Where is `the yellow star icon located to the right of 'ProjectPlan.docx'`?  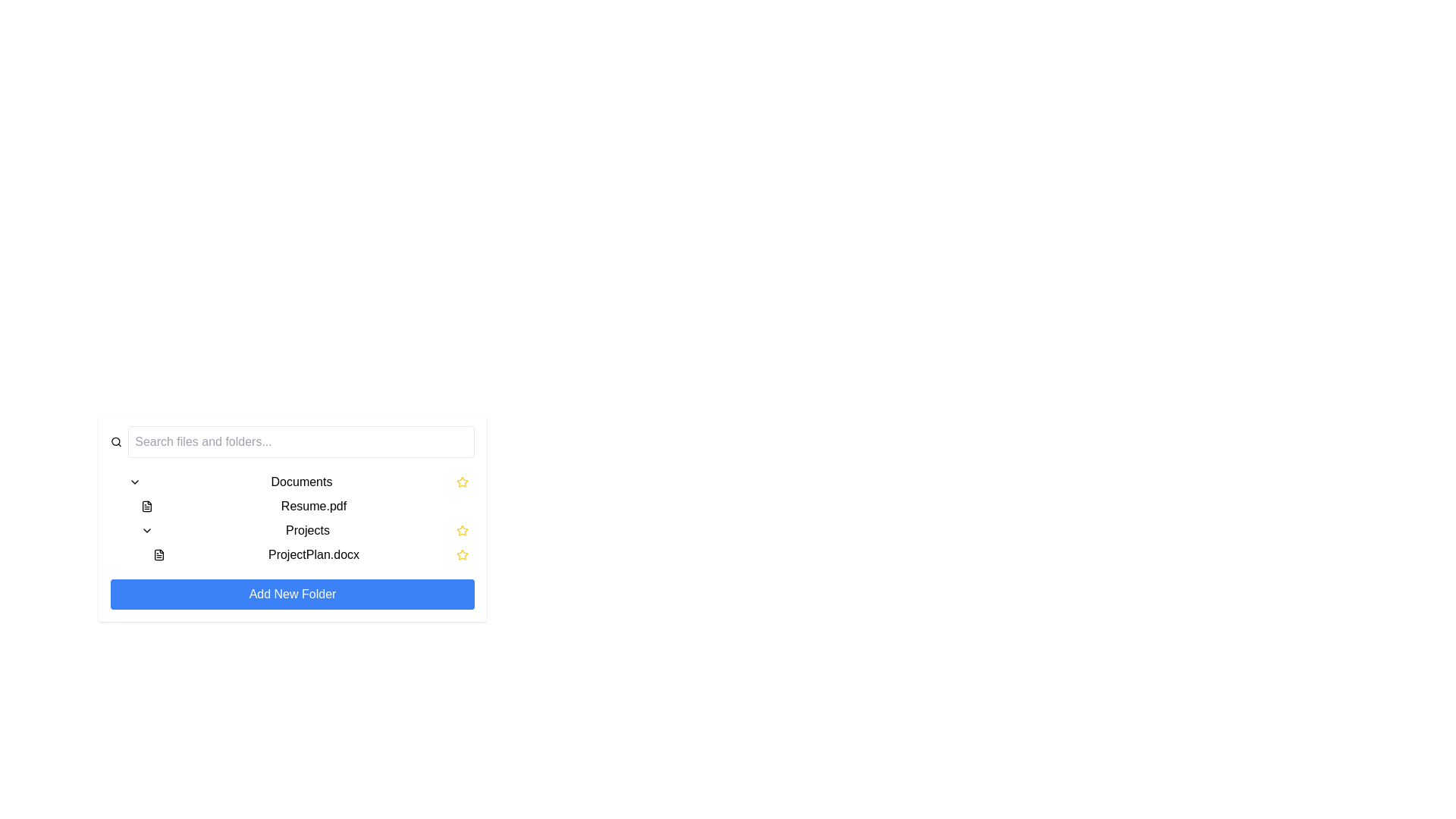 the yellow star icon located to the right of 'ProjectPlan.docx' is located at coordinates (461, 482).